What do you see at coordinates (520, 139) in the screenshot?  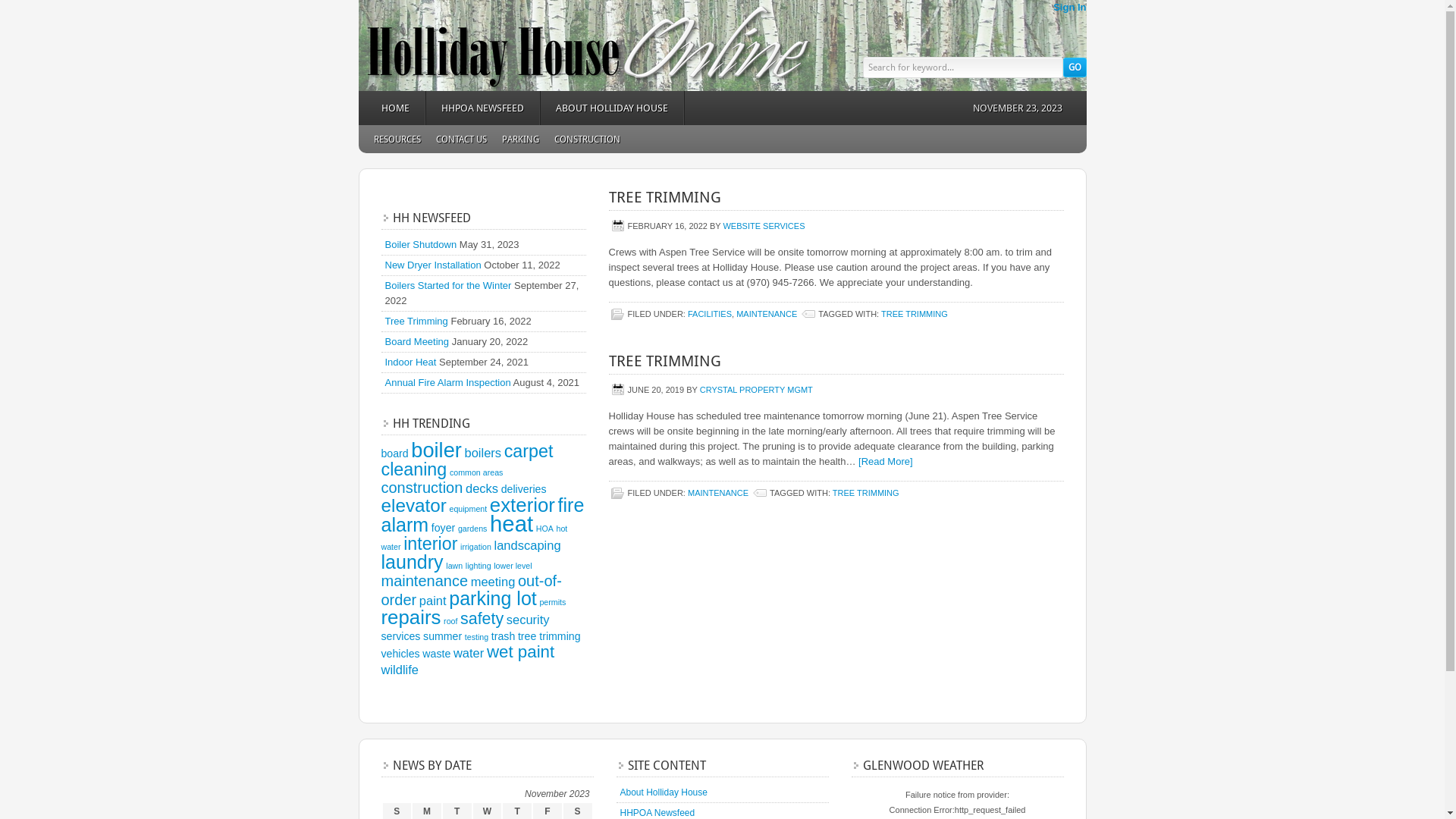 I see `'PARKING'` at bounding box center [520, 139].